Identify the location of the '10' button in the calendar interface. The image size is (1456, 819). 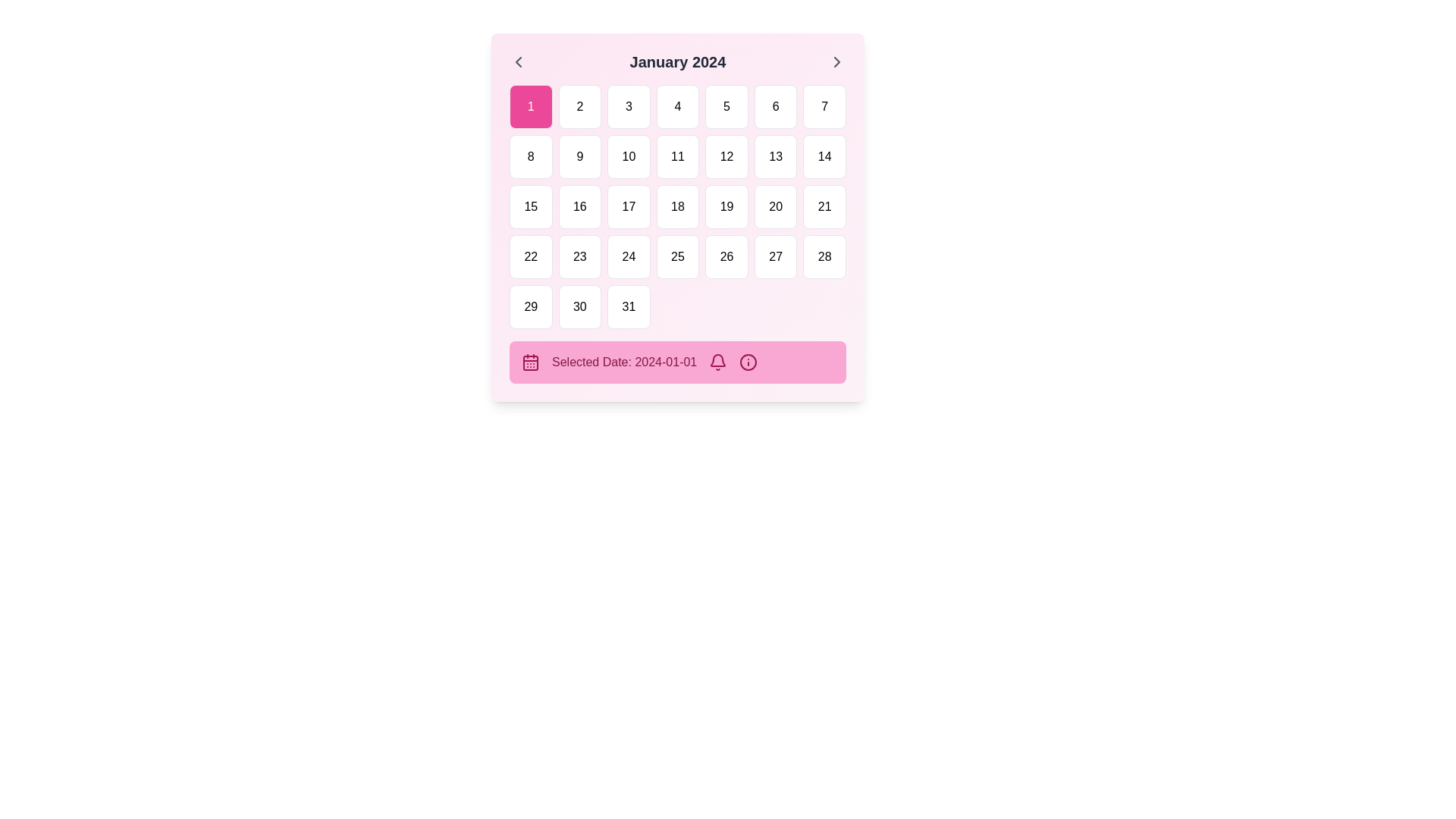
(629, 157).